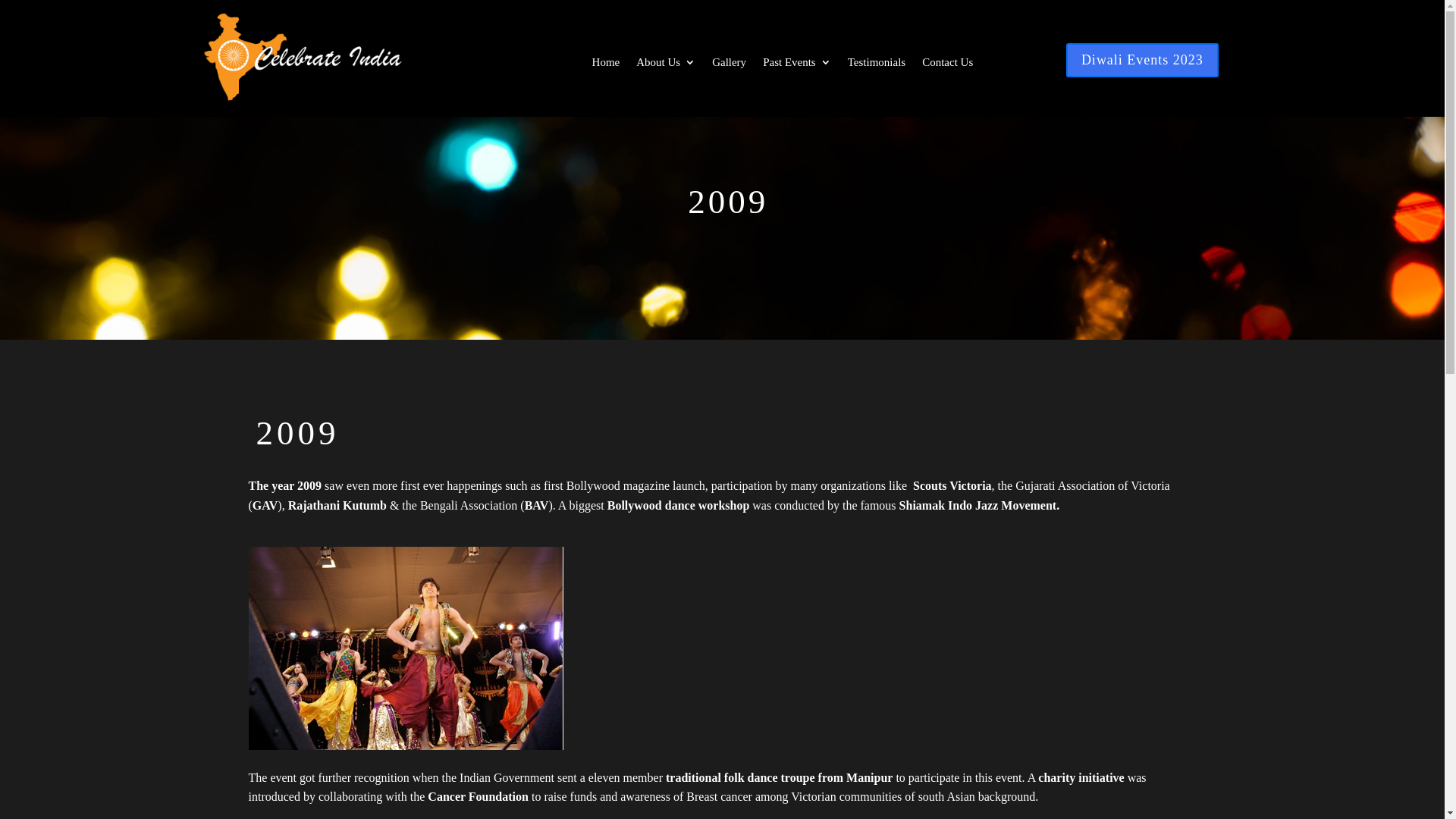 The width and height of the screenshot is (1456, 819). I want to click on 'Past Events', so click(796, 64).